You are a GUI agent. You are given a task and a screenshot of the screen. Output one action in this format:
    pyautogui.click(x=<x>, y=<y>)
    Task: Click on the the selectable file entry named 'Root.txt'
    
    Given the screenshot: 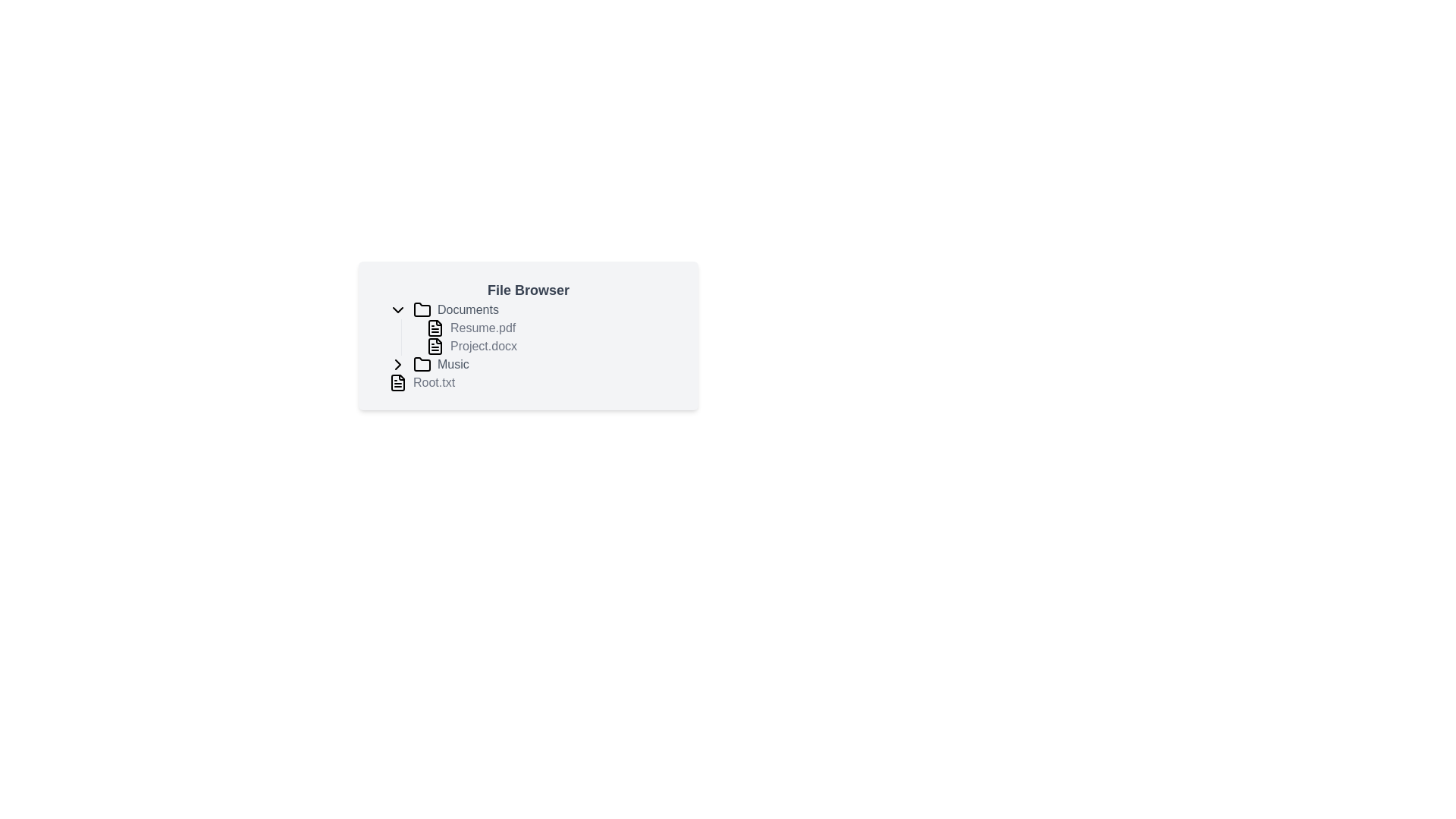 What is the action you would take?
    pyautogui.click(x=535, y=382)
    